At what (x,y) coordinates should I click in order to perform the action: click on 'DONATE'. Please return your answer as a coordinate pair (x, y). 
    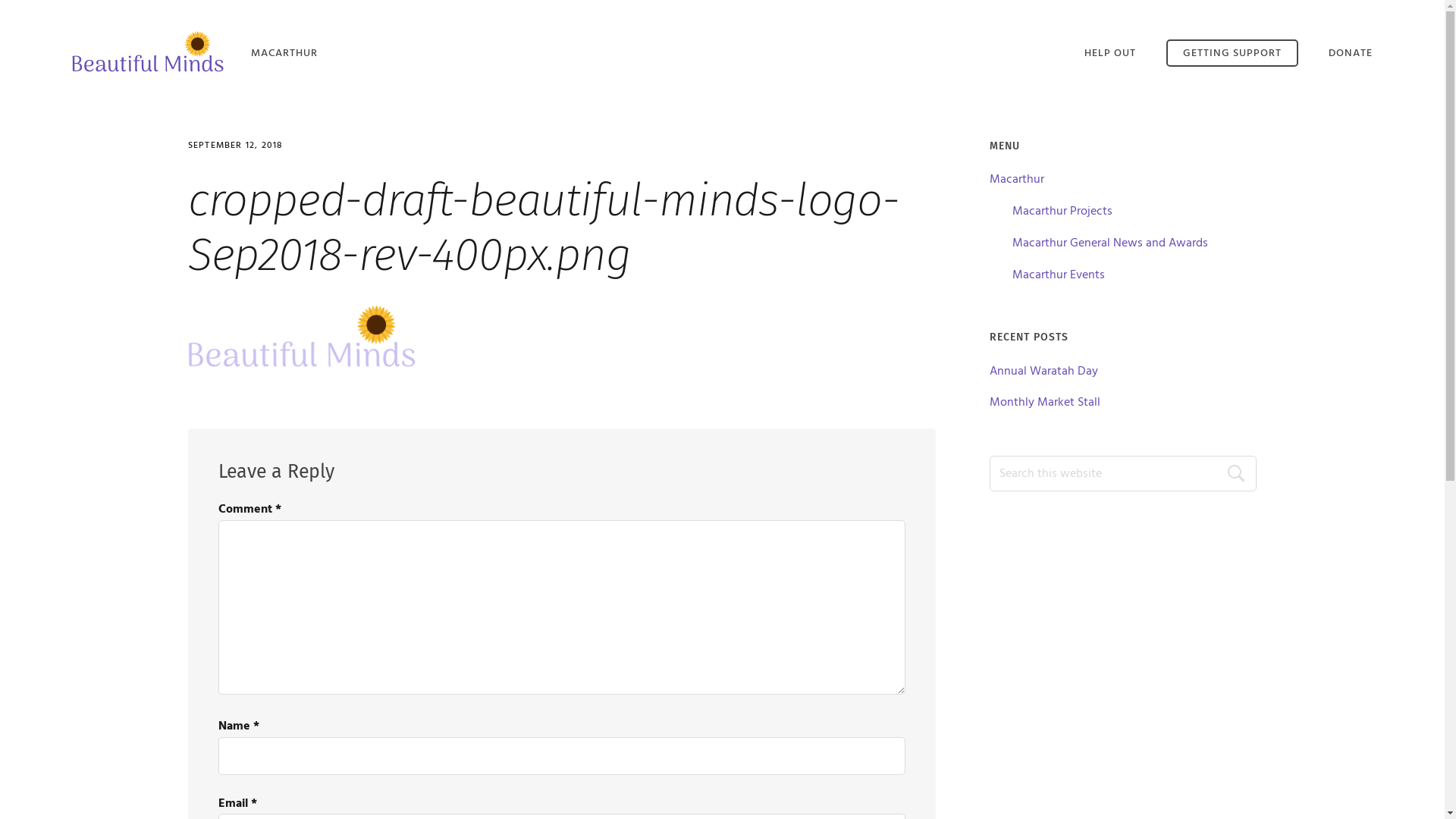
    Looking at the image, I should click on (1350, 52).